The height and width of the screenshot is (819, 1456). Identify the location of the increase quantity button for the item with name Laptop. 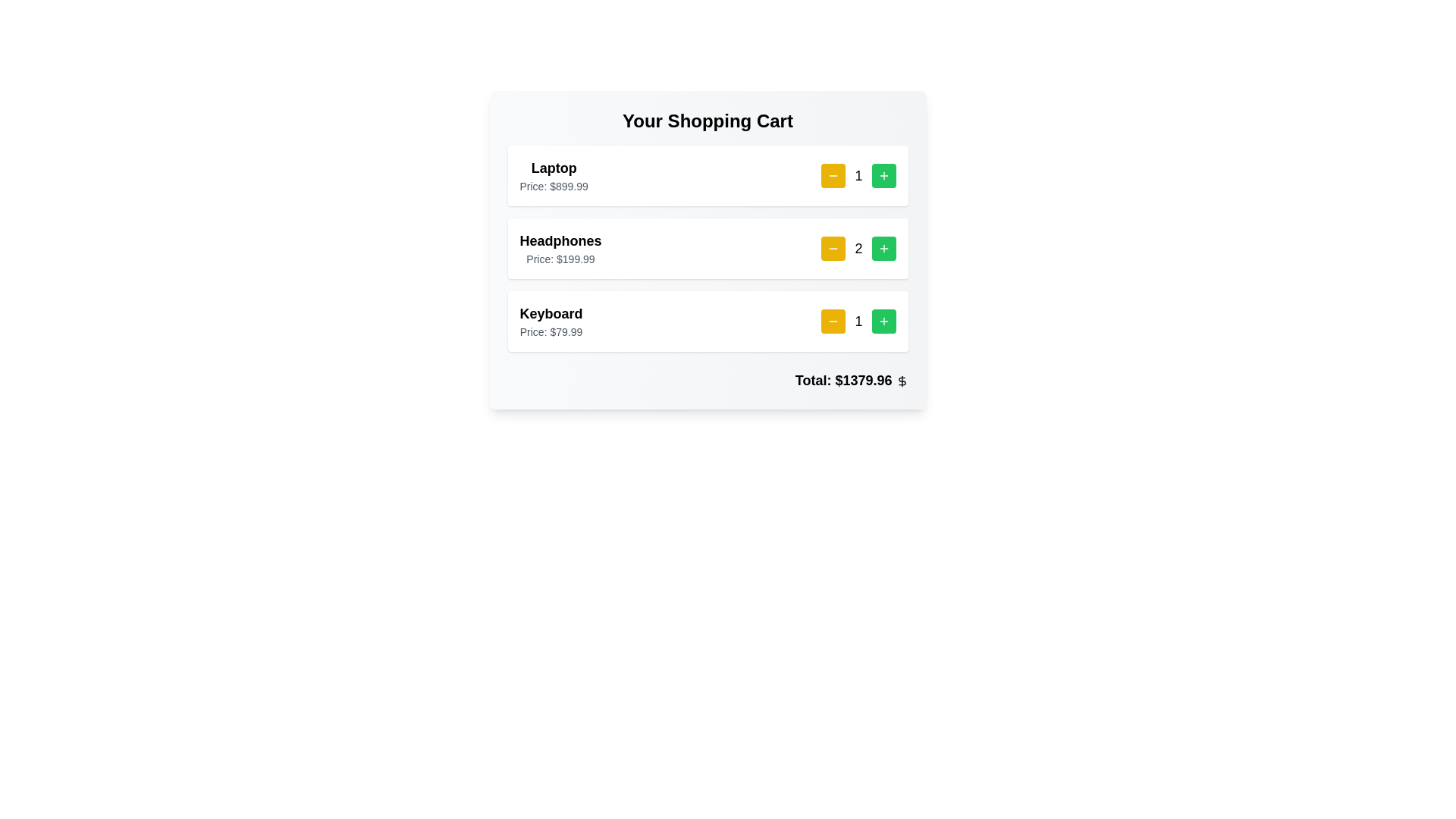
(883, 174).